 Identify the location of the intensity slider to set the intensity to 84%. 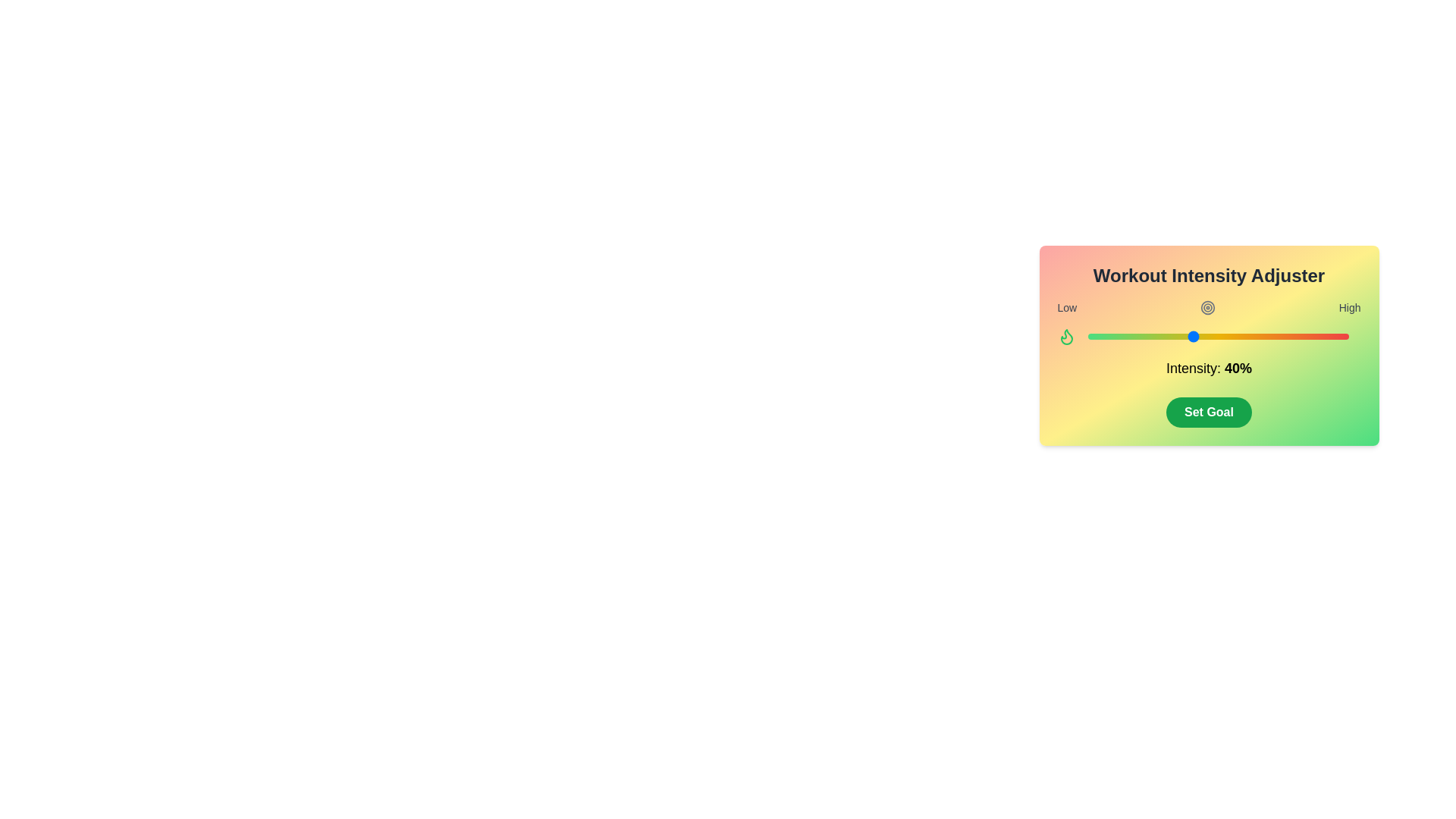
(1306, 335).